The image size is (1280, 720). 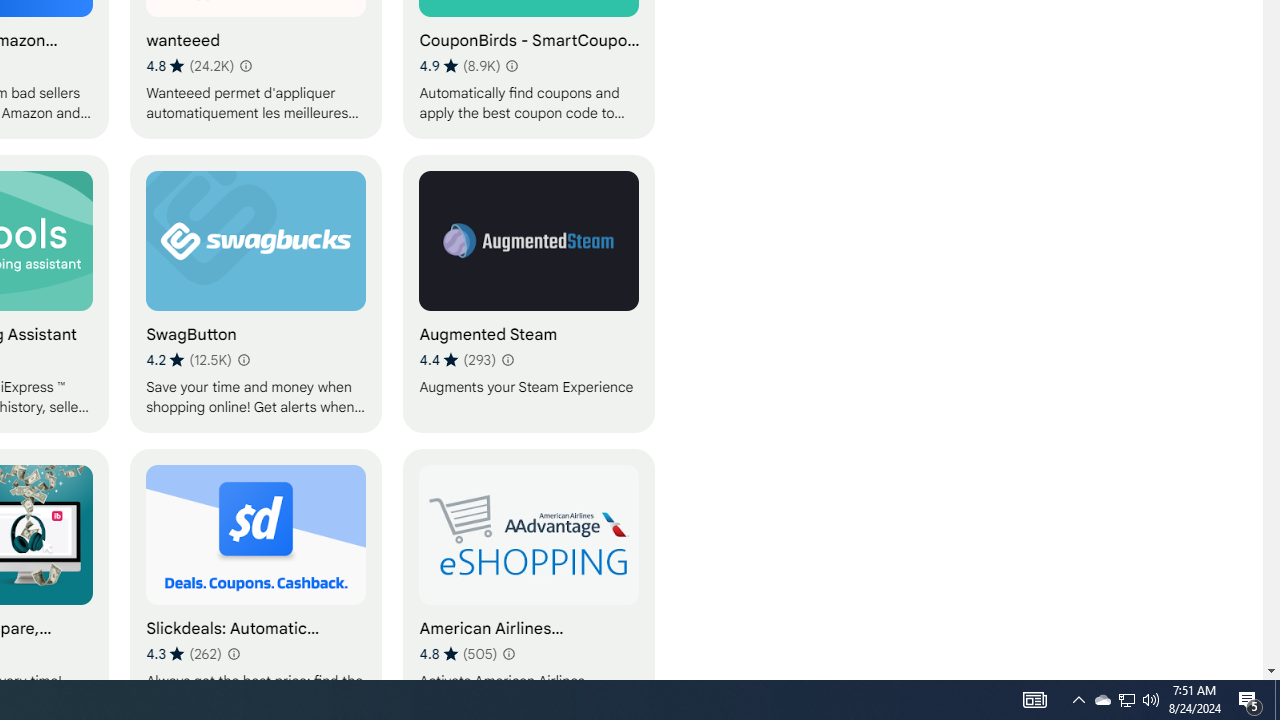 What do you see at coordinates (190, 65) in the screenshot?
I see `'Average rating 4.8 out of 5 stars. 24.2K ratings.'` at bounding box center [190, 65].